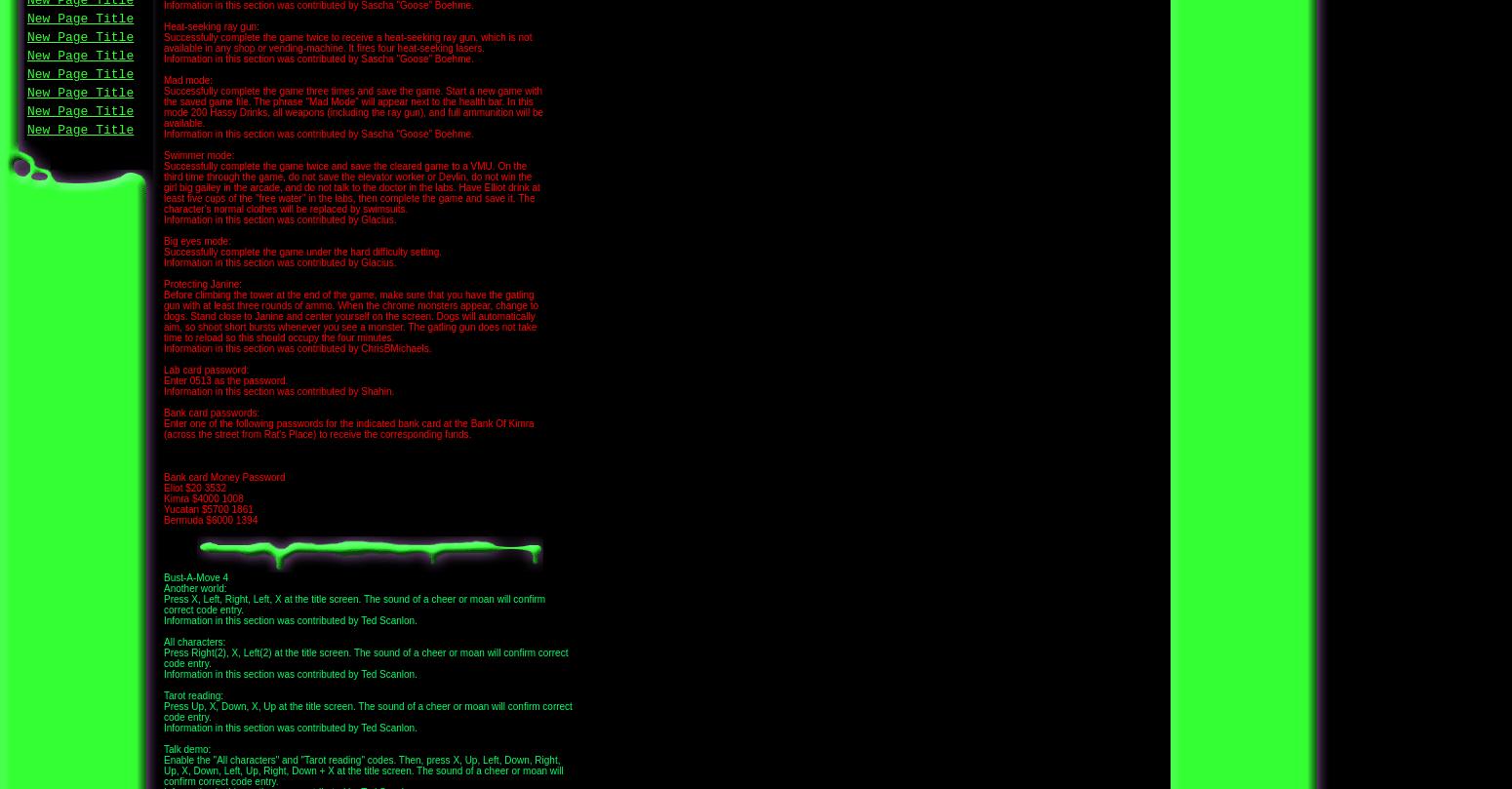  Describe the element at coordinates (207, 508) in the screenshot. I see `'Yucatan $5700 1861'` at that location.